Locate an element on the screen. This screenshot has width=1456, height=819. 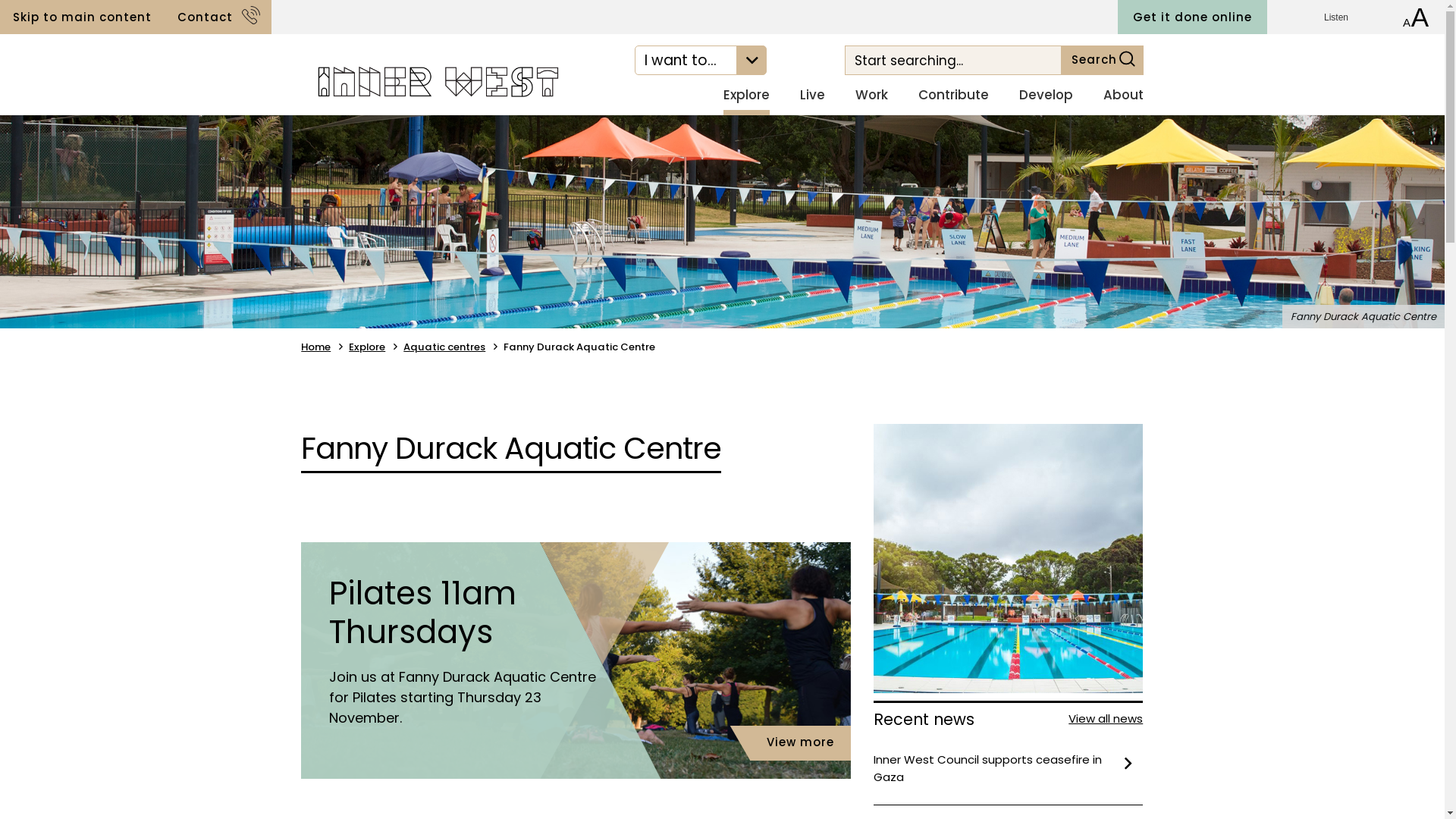
'Home' is located at coordinates (315, 347).